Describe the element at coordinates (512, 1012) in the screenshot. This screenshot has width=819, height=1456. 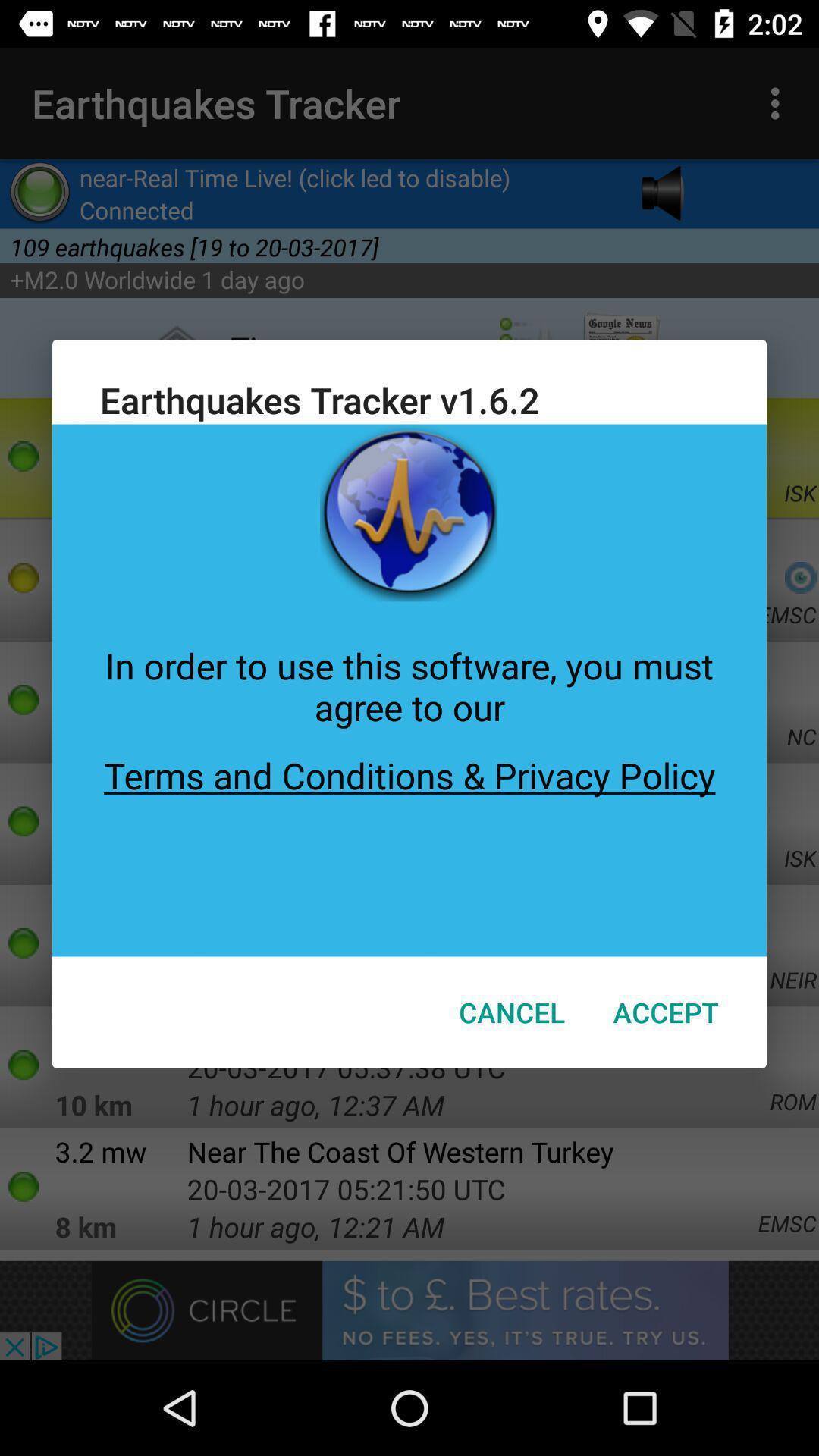
I see `the cancel icon` at that location.